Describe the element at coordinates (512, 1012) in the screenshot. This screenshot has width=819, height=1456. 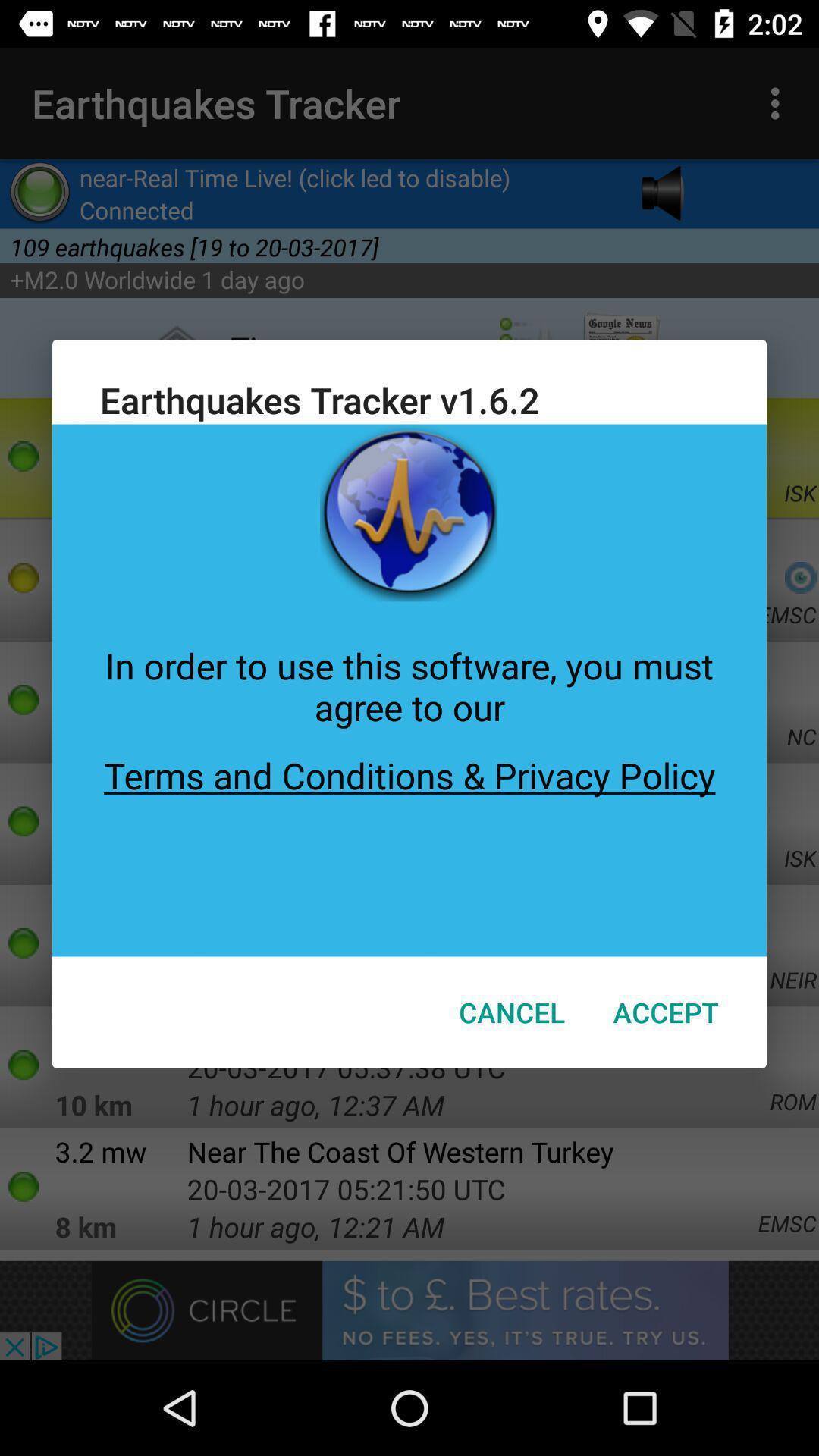
I see `the cancel icon` at that location.